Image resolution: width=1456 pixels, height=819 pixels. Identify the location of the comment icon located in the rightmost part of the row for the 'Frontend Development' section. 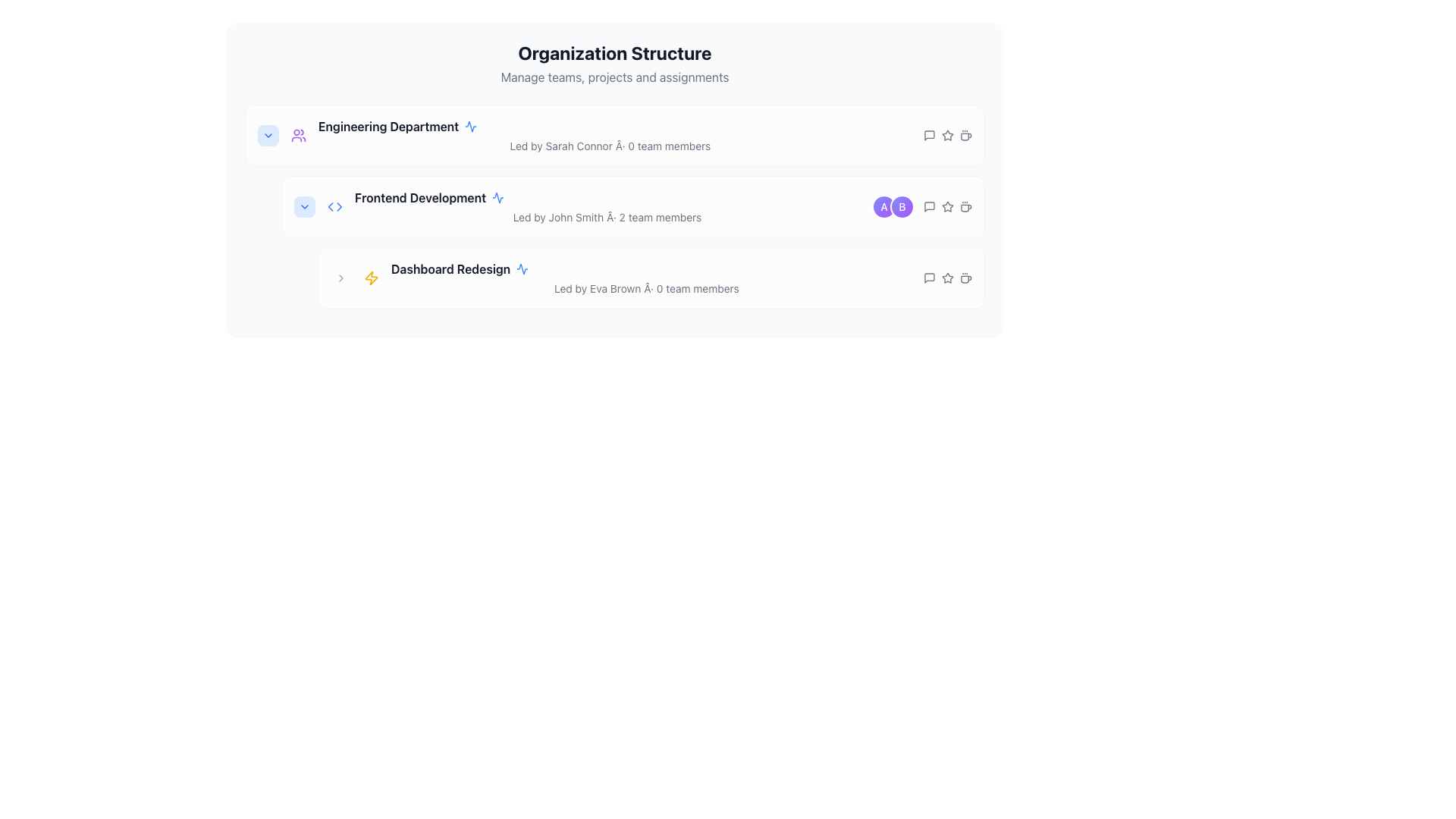
(928, 207).